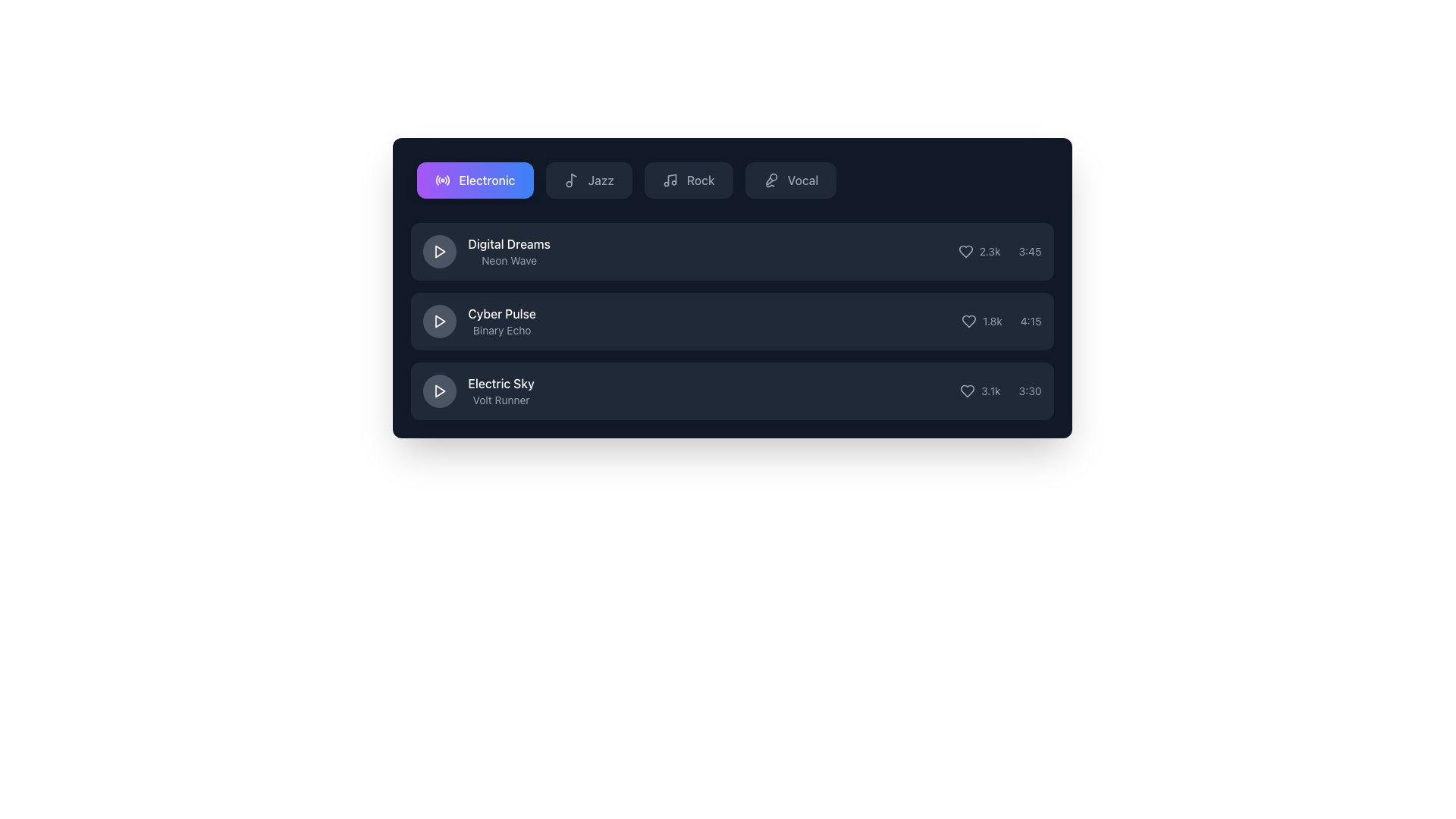 The image size is (1456, 819). Describe the element at coordinates (968, 321) in the screenshot. I see `the heart-shaped icon outlined in gray that is adjacent to the numeric label '1.8k', part of the song details for 'Cyber Pulse'` at that location.